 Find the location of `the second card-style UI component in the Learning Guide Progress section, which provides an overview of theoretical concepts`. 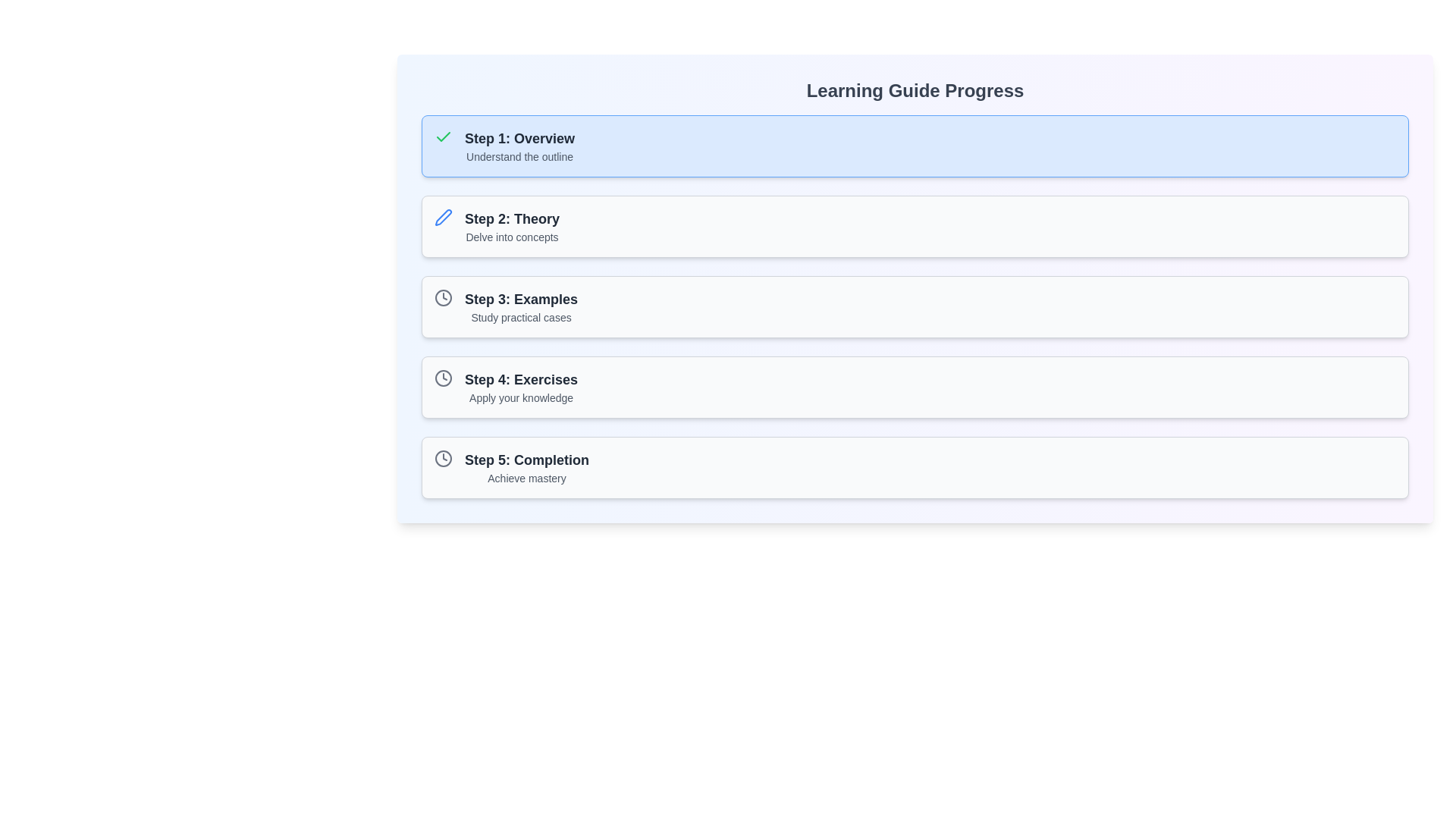

the second card-style UI component in the Learning Guide Progress section, which provides an overview of theoretical concepts is located at coordinates (914, 227).